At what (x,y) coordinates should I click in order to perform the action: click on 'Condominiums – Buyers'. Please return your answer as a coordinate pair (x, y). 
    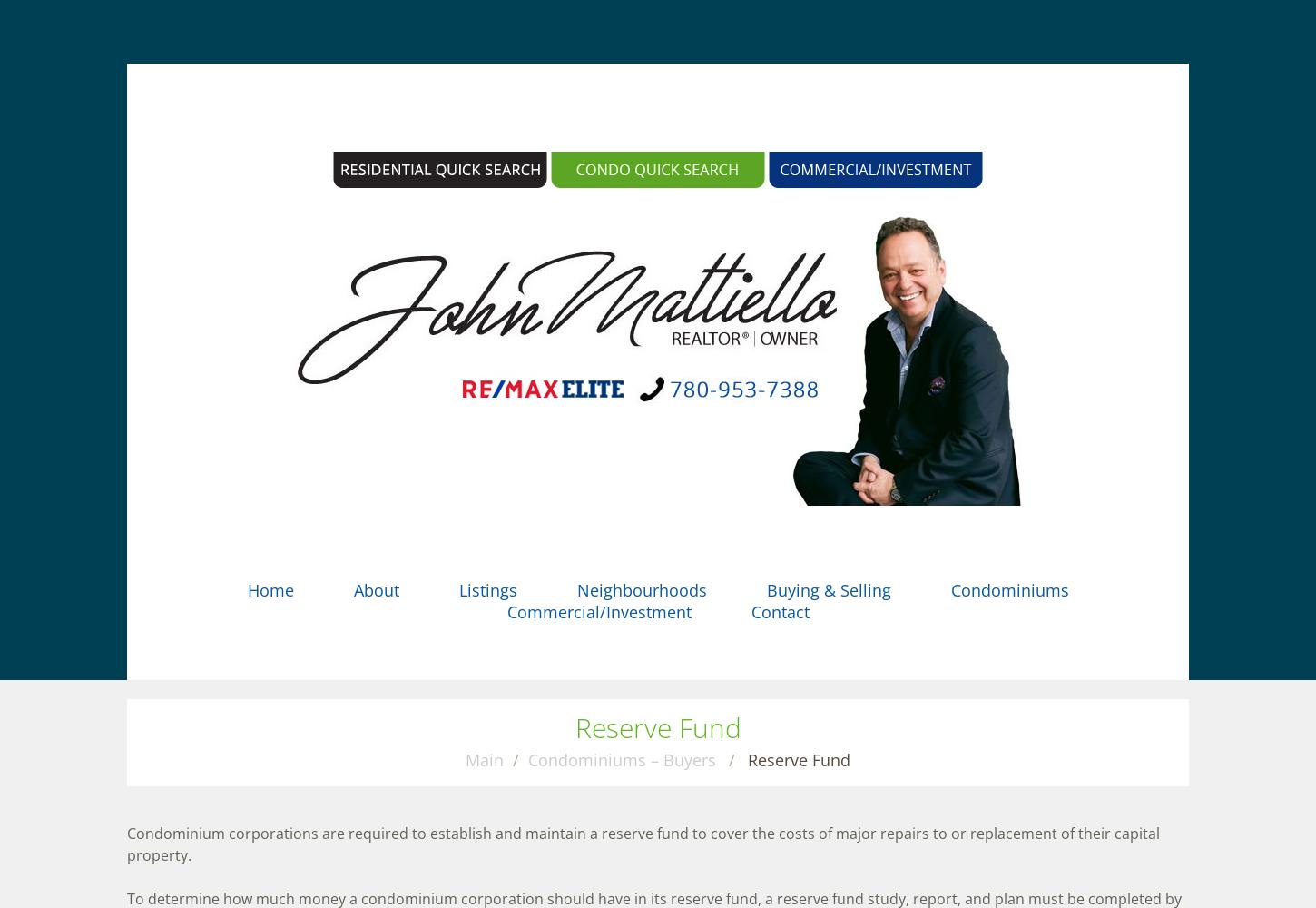
    Looking at the image, I should click on (621, 759).